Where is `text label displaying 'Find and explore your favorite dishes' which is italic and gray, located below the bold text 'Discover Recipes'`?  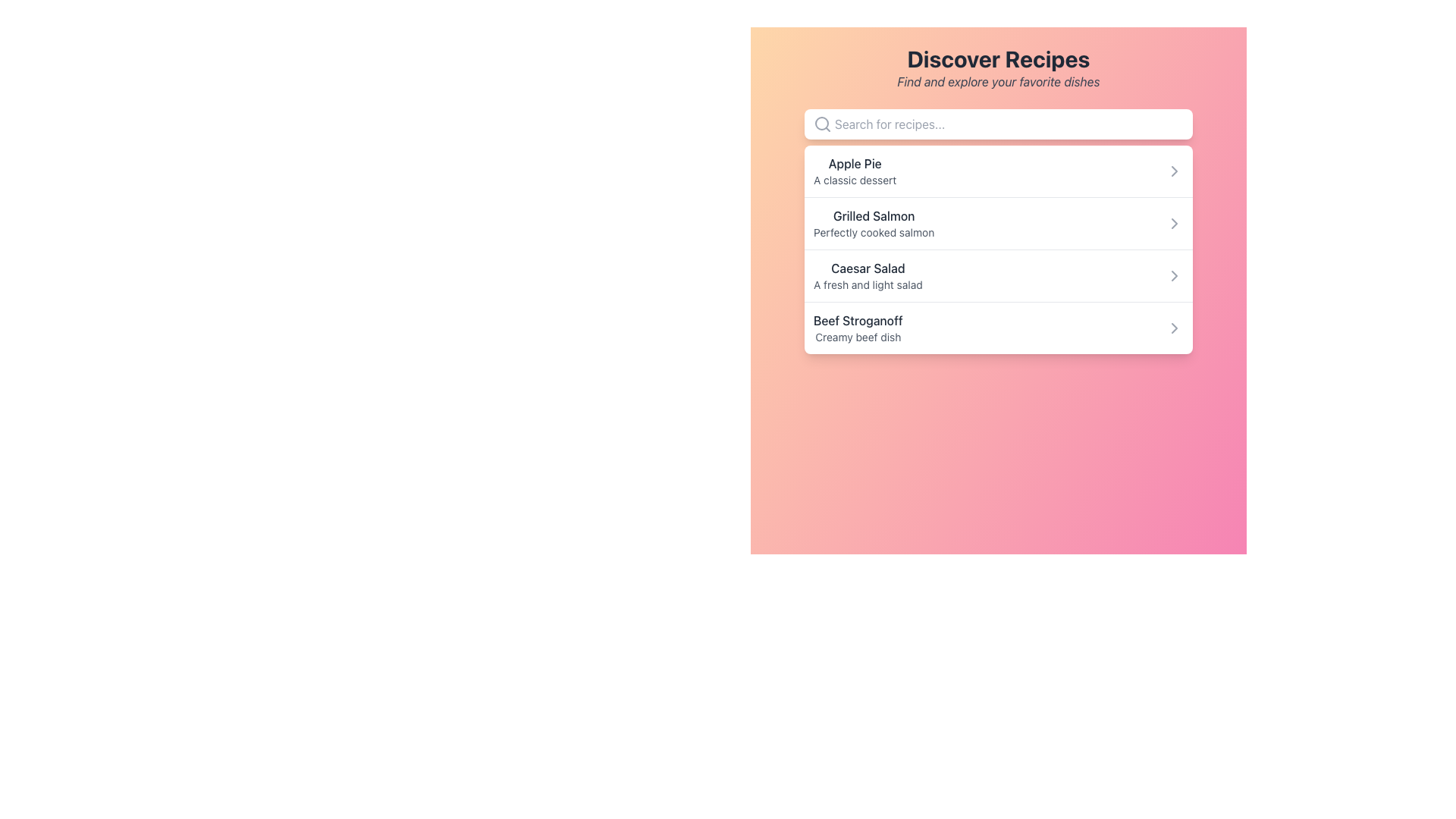 text label displaying 'Find and explore your favorite dishes' which is italic and gray, located below the bold text 'Discover Recipes' is located at coordinates (998, 82).